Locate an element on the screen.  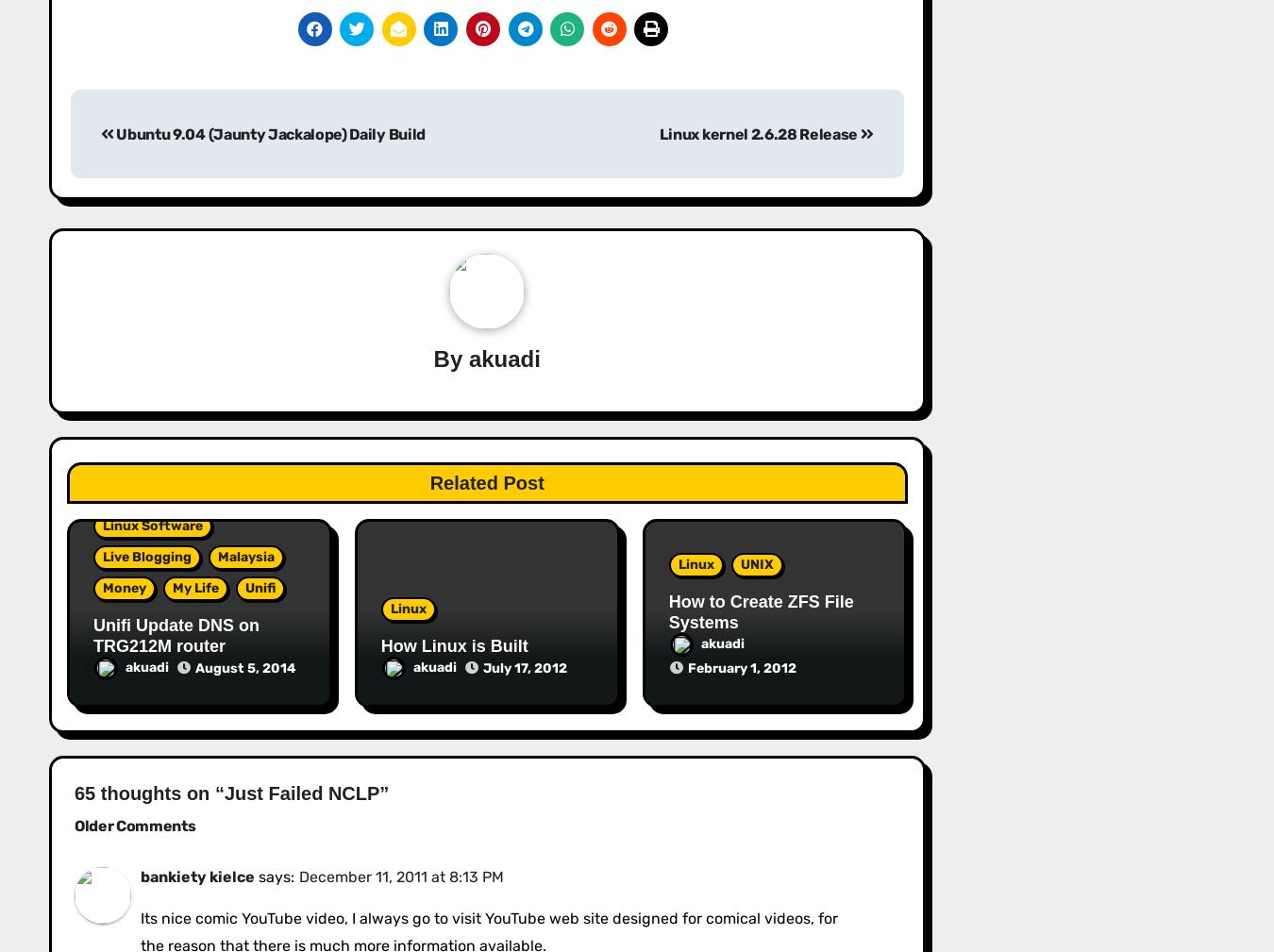
'Single Application Solution vs Multiple Localization Applications: Best Approach for Global Expansion – Lessons from Grab and Facebook' is located at coordinates (386, 563).